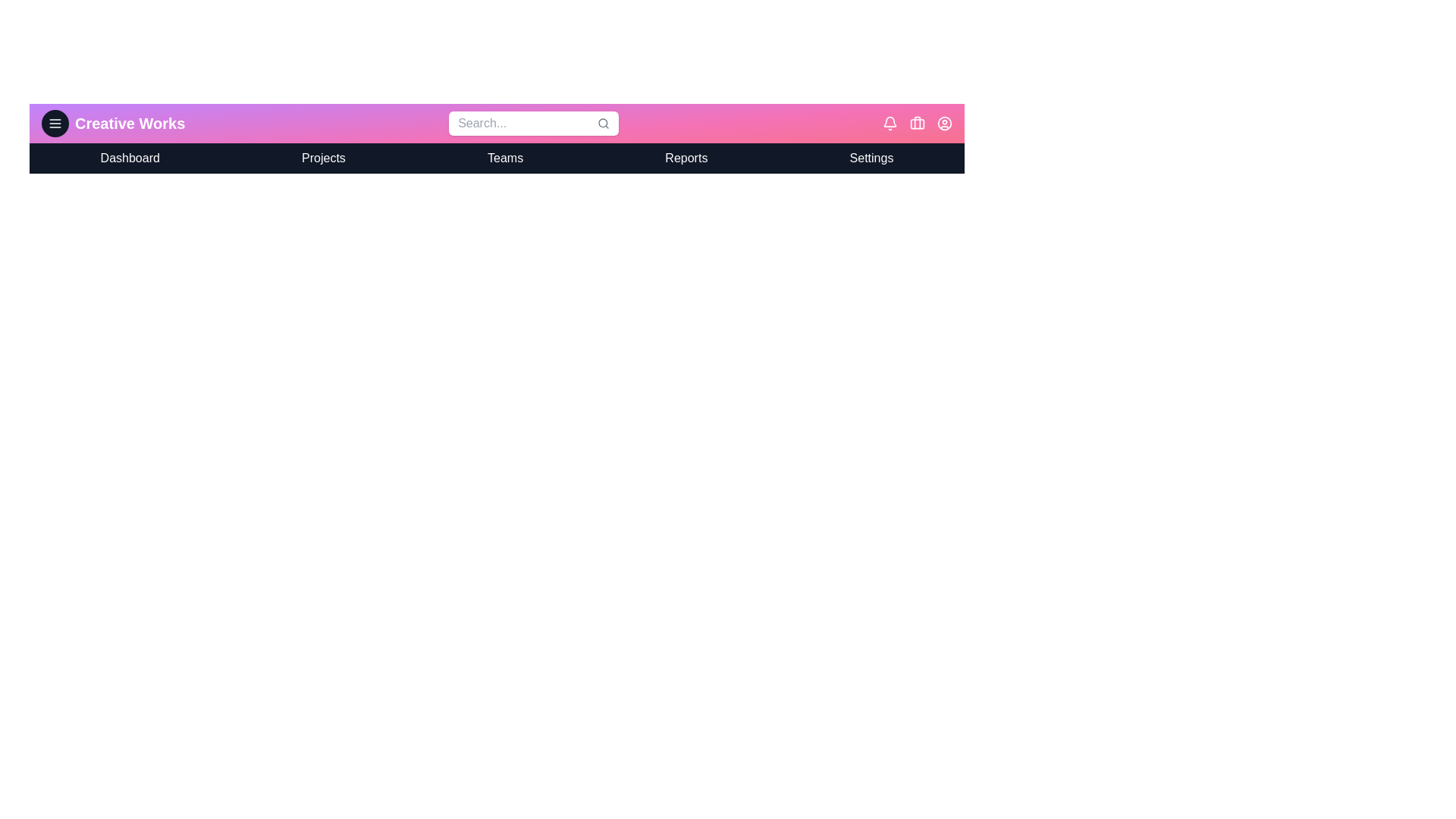  I want to click on the navigation menu item Settings to navigate to the respective section, so click(871, 158).